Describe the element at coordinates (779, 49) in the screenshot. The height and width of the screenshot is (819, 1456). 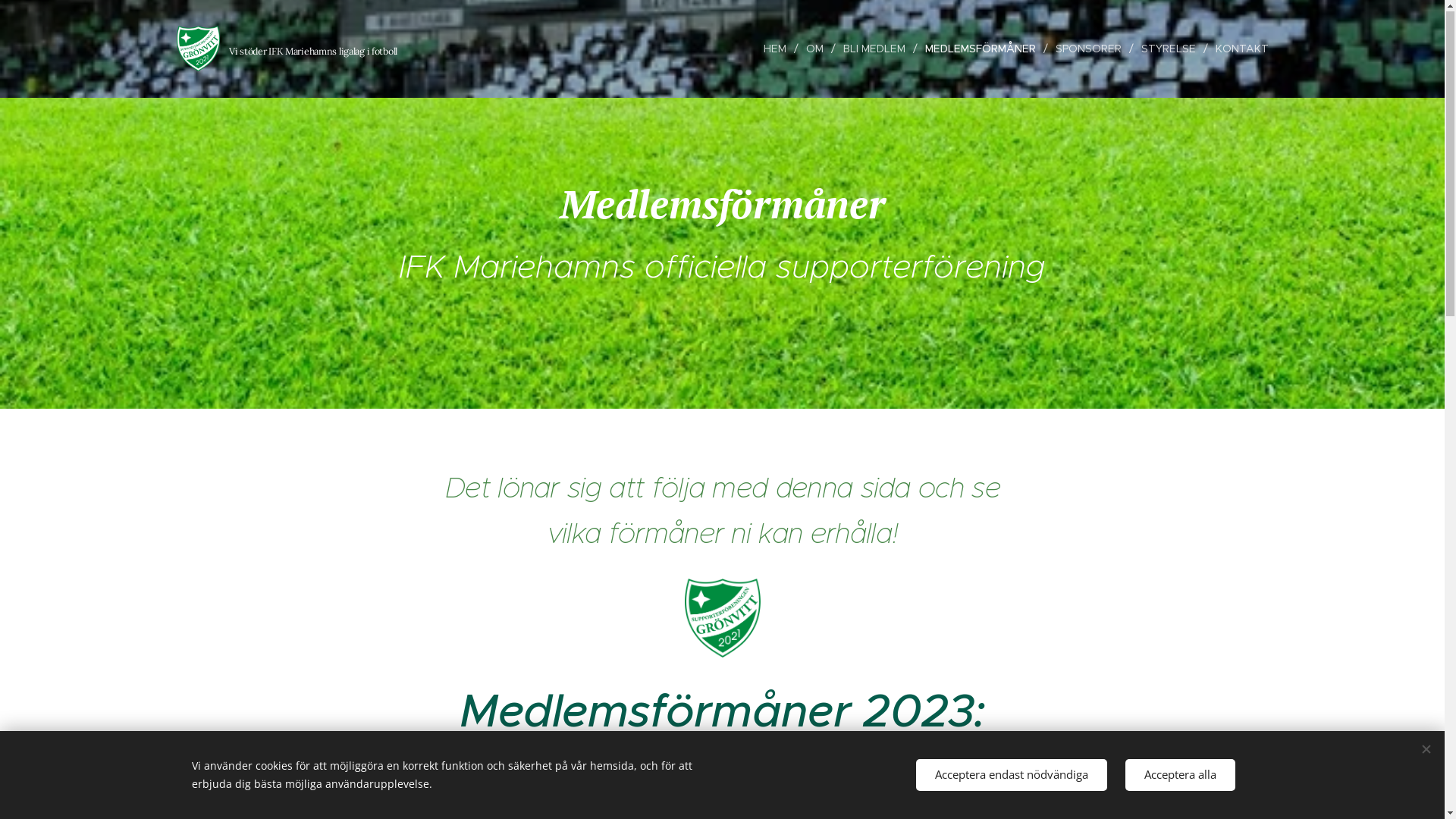
I see `'HEM'` at that location.